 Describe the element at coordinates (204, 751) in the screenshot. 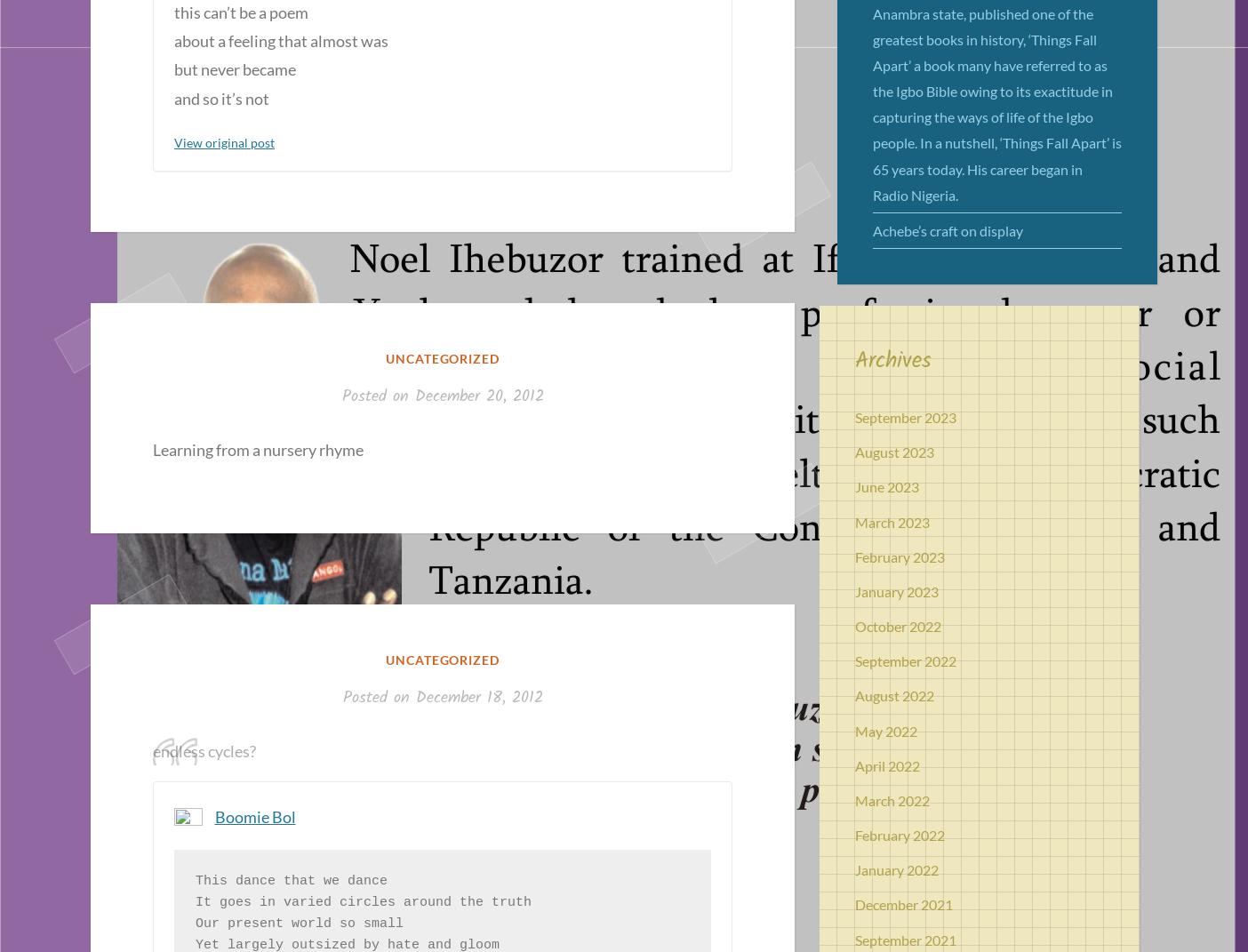

I see `'endless cycles?'` at that location.